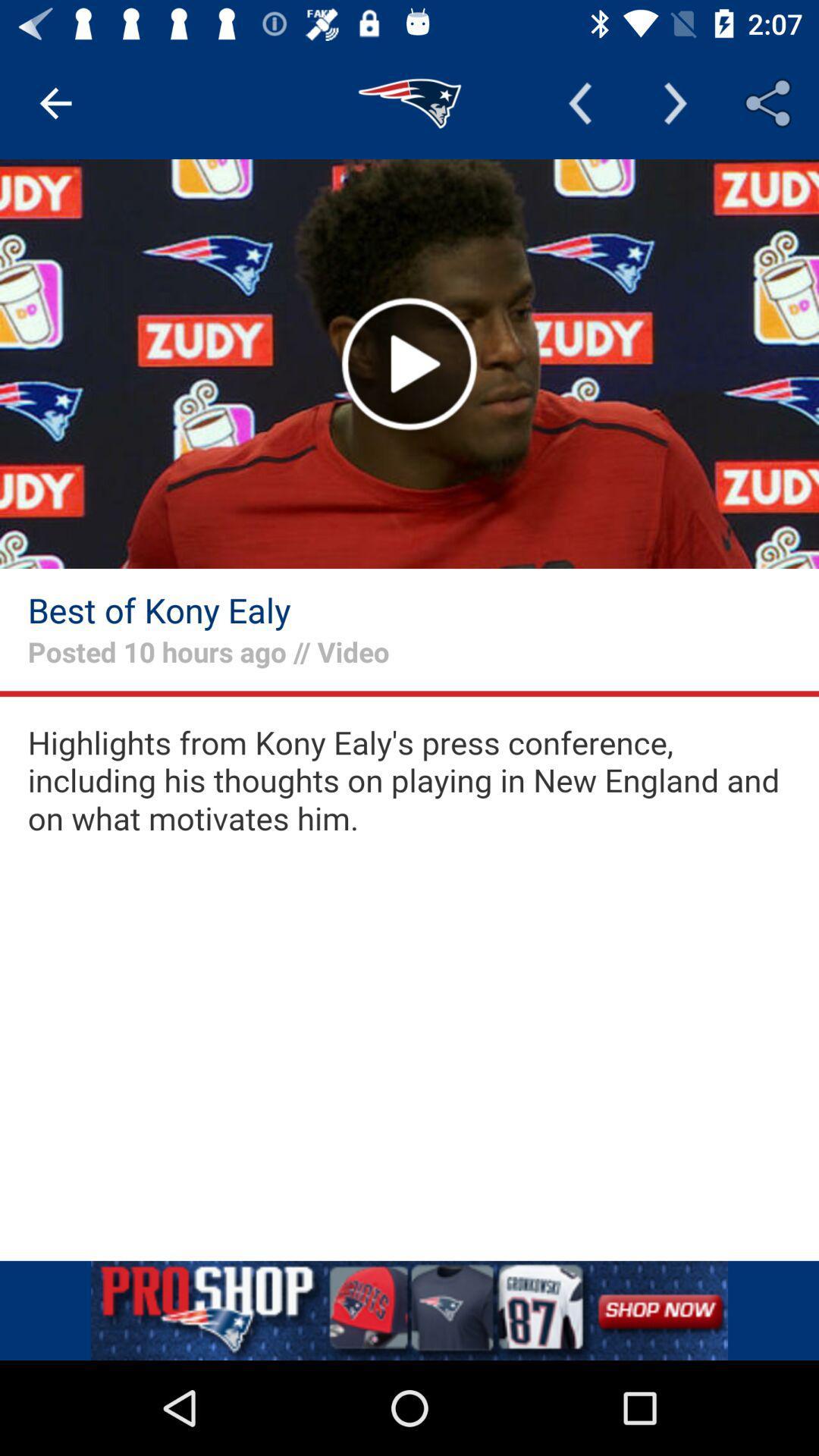 The image size is (819, 1456). Describe the element at coordinates (409, 364) in the screenshot. I see `autoplay option` at that location.